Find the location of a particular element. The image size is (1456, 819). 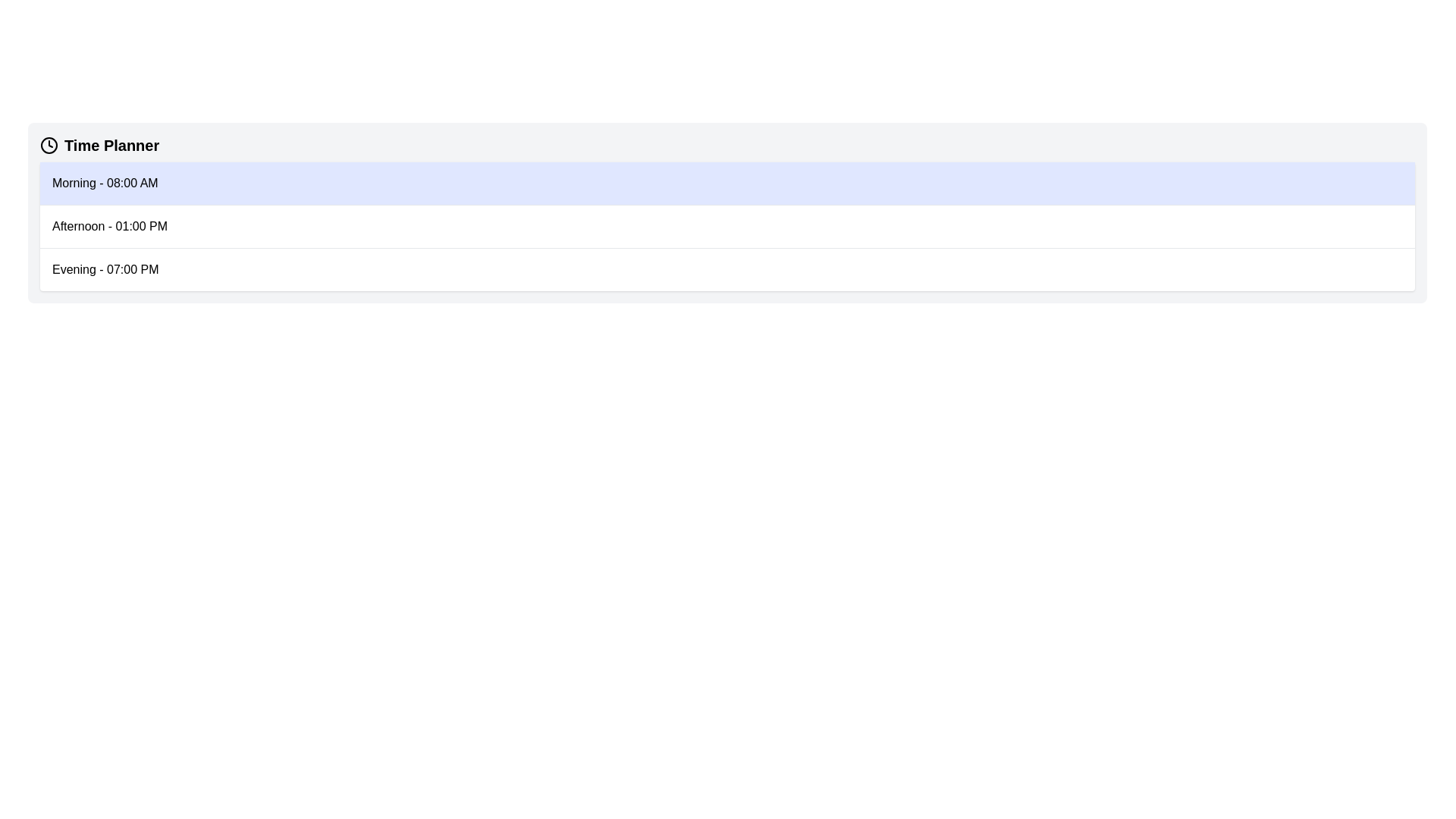

the SVG Circle representing the clock face is located at coordinates (49, 146).